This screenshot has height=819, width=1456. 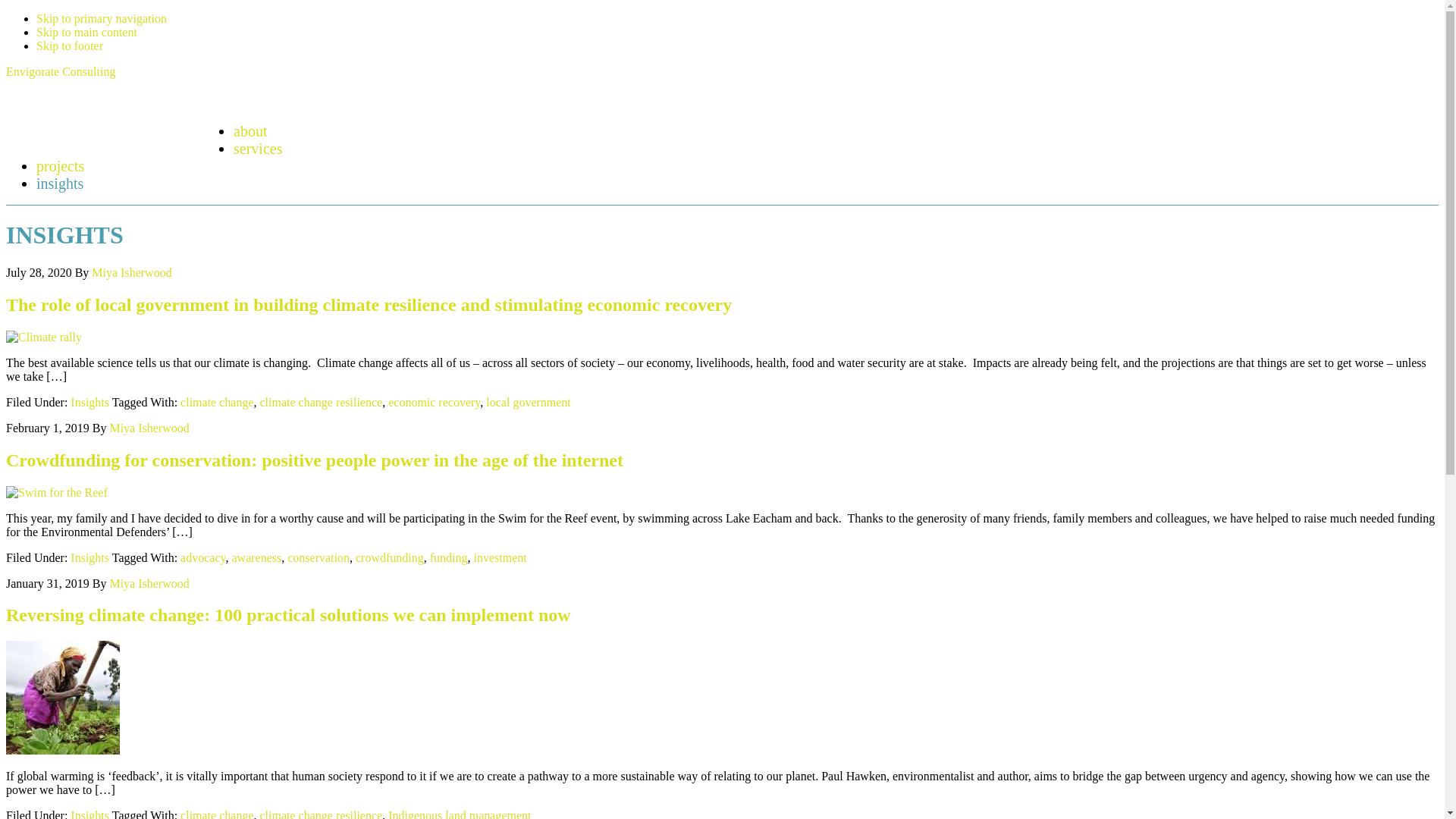 What do you see at coordinates (86, 32) in the screenshot?
I see `'Skip to main content'` at bounding box center [86, 32].